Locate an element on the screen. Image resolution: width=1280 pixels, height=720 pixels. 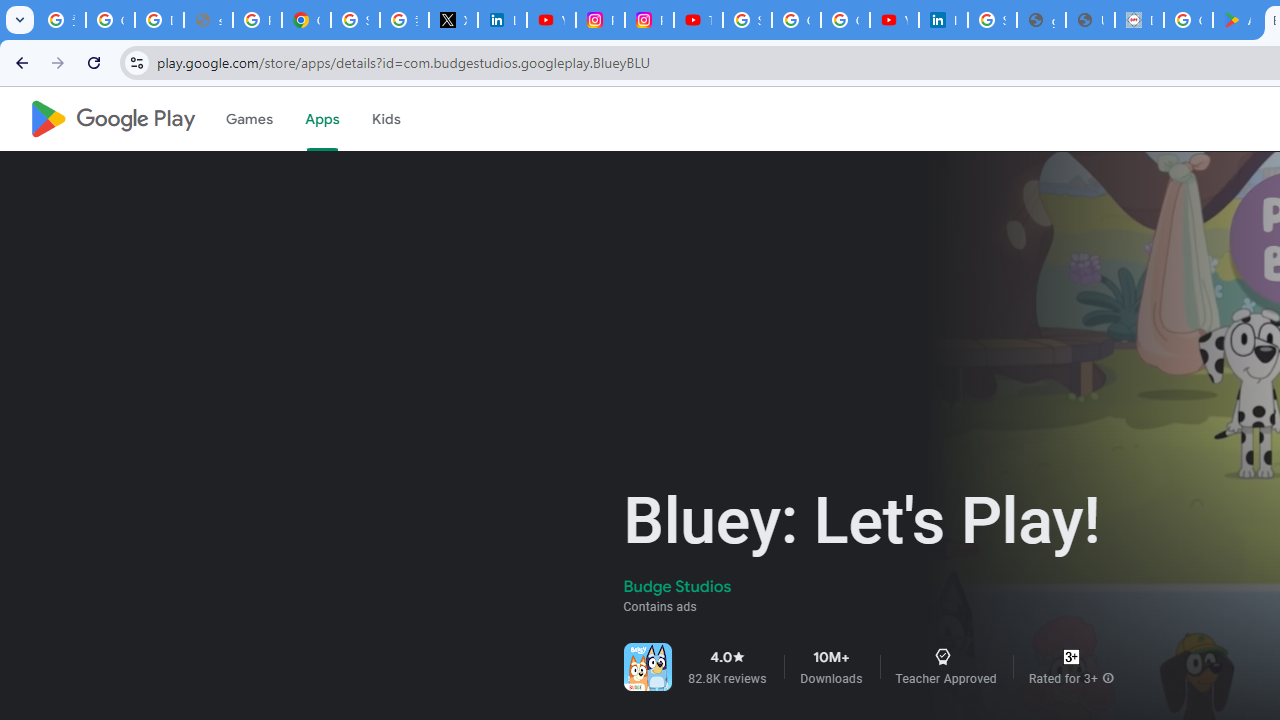
'Sign in - Google Accounts' is located at coordinates (355, 20).